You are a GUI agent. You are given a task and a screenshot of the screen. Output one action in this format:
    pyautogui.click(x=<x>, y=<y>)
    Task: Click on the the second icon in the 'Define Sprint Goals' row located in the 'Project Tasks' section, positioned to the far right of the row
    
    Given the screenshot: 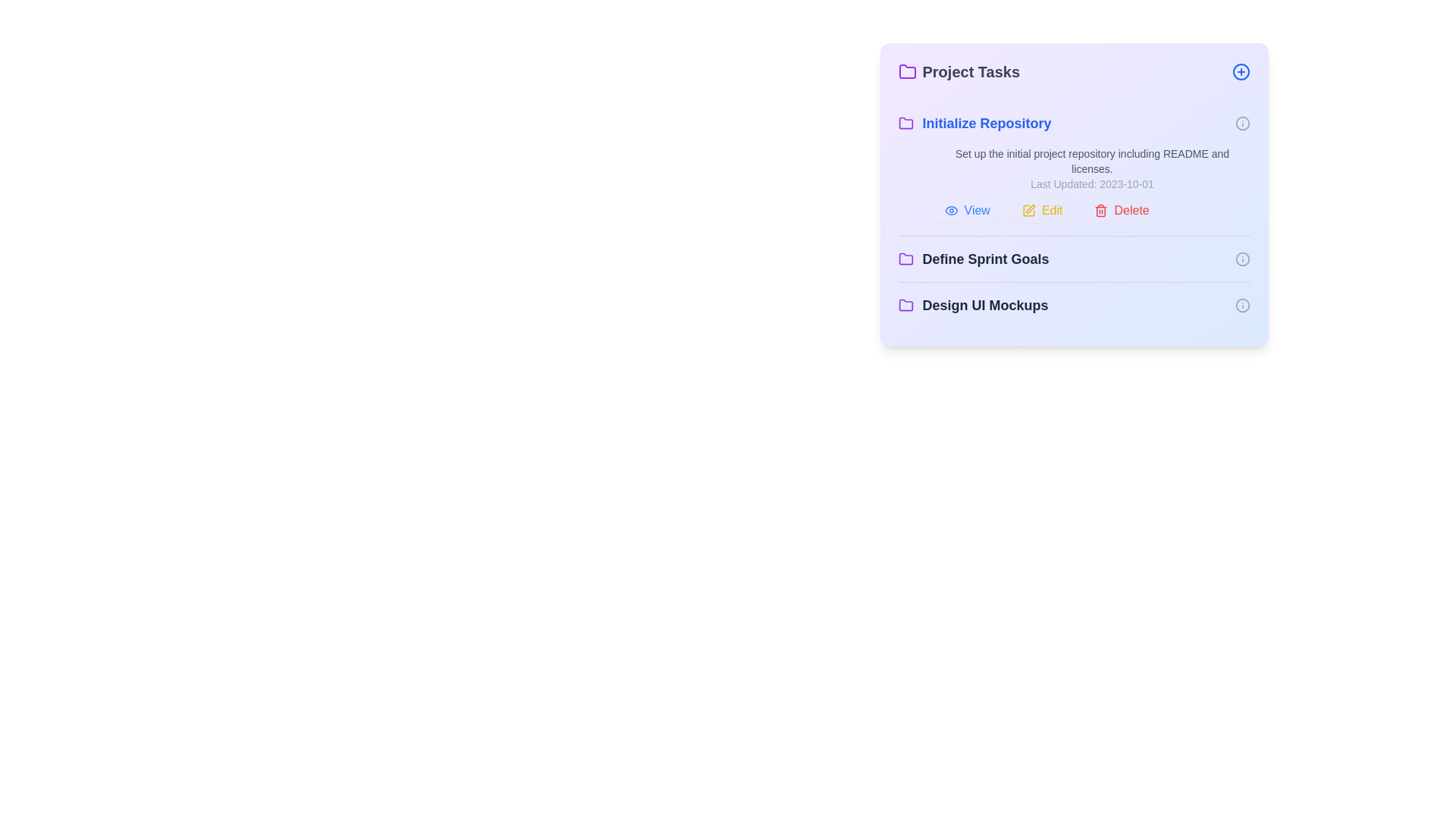 What is the action you would take?
    pyautogui.click(x=1242, y=259)
    